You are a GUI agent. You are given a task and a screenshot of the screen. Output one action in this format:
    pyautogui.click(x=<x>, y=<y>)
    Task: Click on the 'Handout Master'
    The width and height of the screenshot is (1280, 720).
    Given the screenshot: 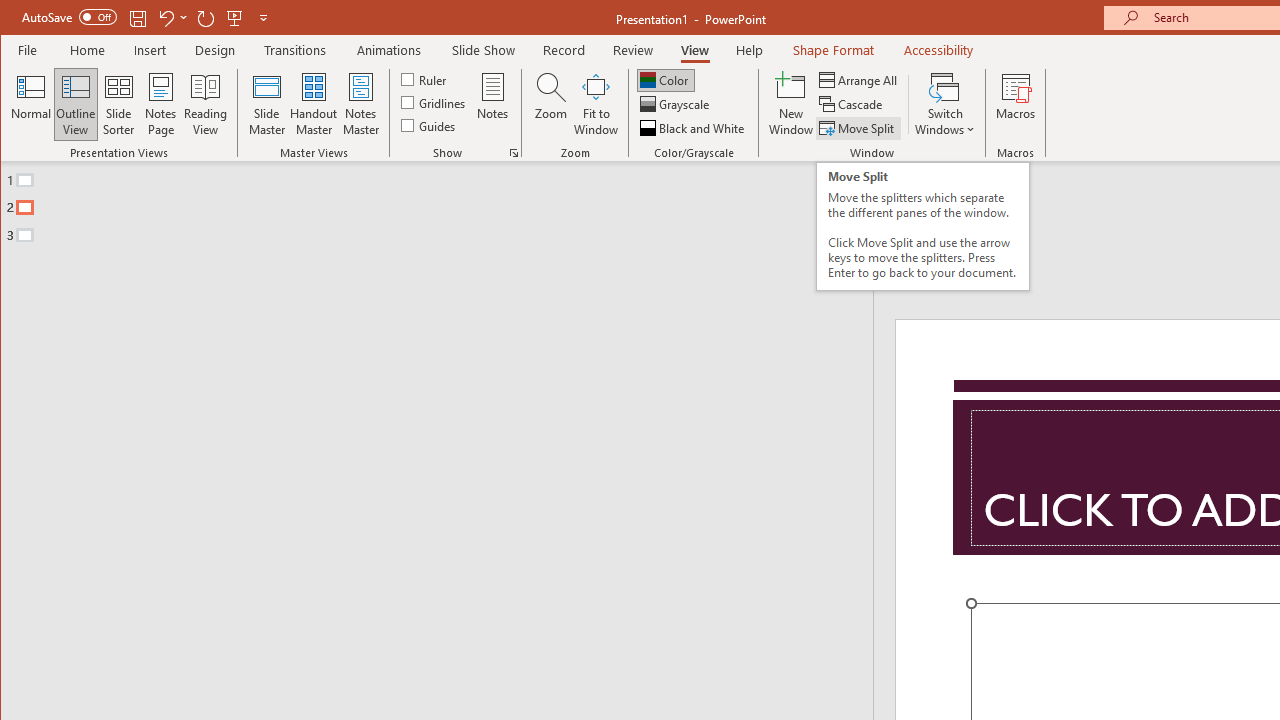 What is the action you would take?
    pyautogui.click(x=313, y=104)
    